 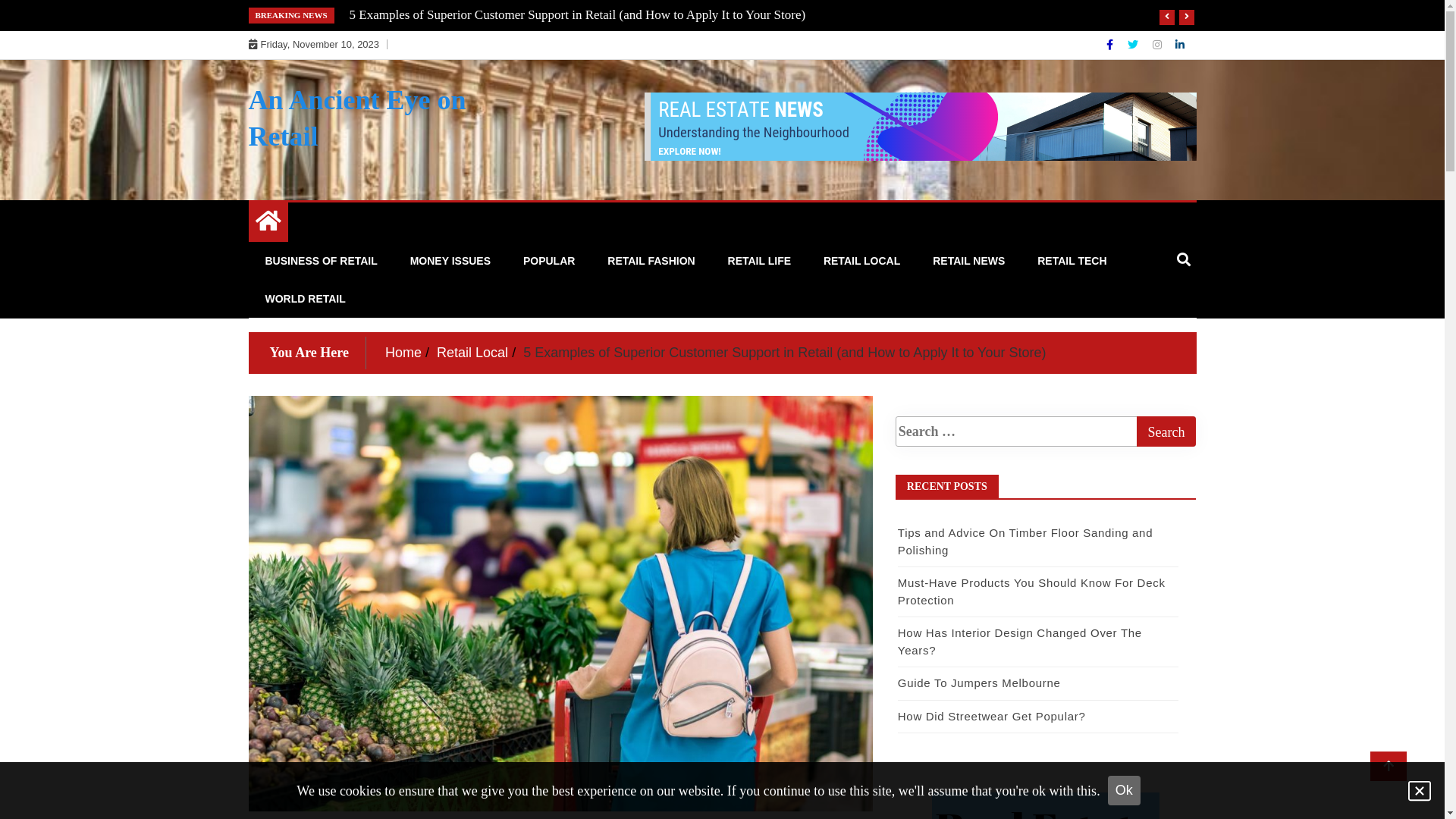 What do you see at coordinates (1019, 641) in the screenshot?
I see `'How Has Interior Design Changed Over The Years?'` at bounding box center [1019, 641].